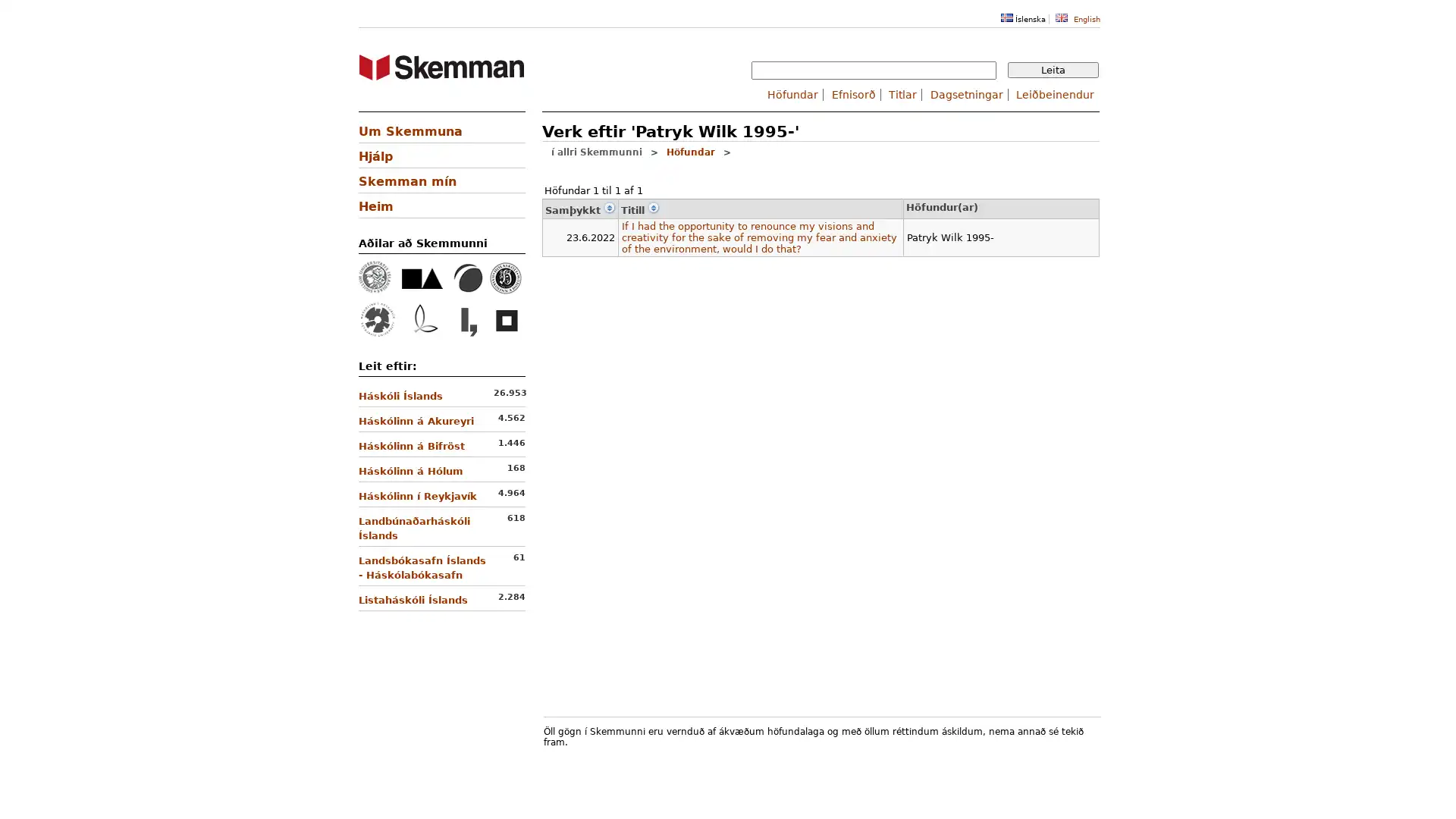 This screenshot has width=1456, height=819. What do you see at coordinates (1052, 70) in the screenshot?
I see `Leita` at bounding box center [1052, 70].